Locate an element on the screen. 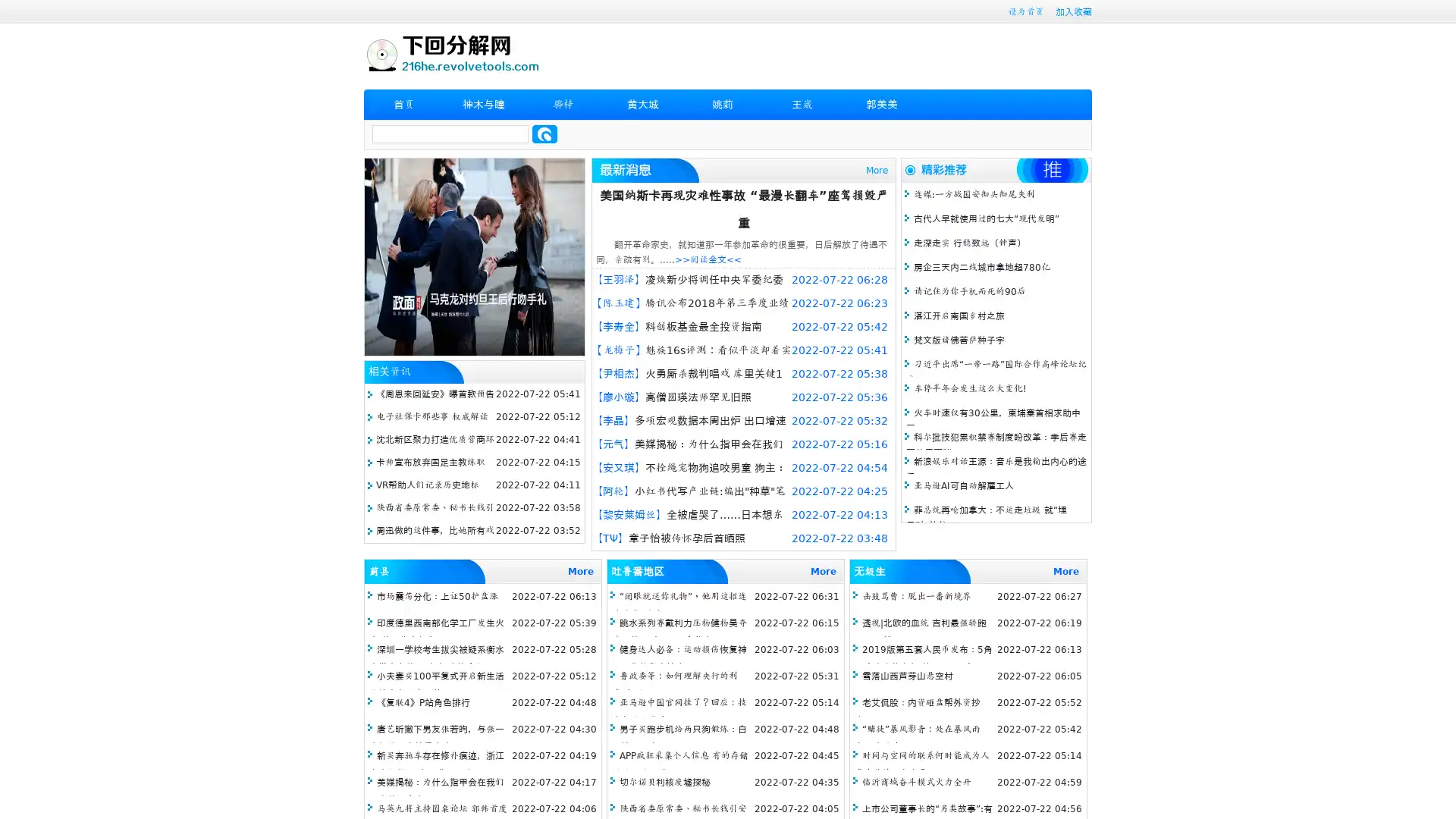  Search is located at coordinates (544, 133).